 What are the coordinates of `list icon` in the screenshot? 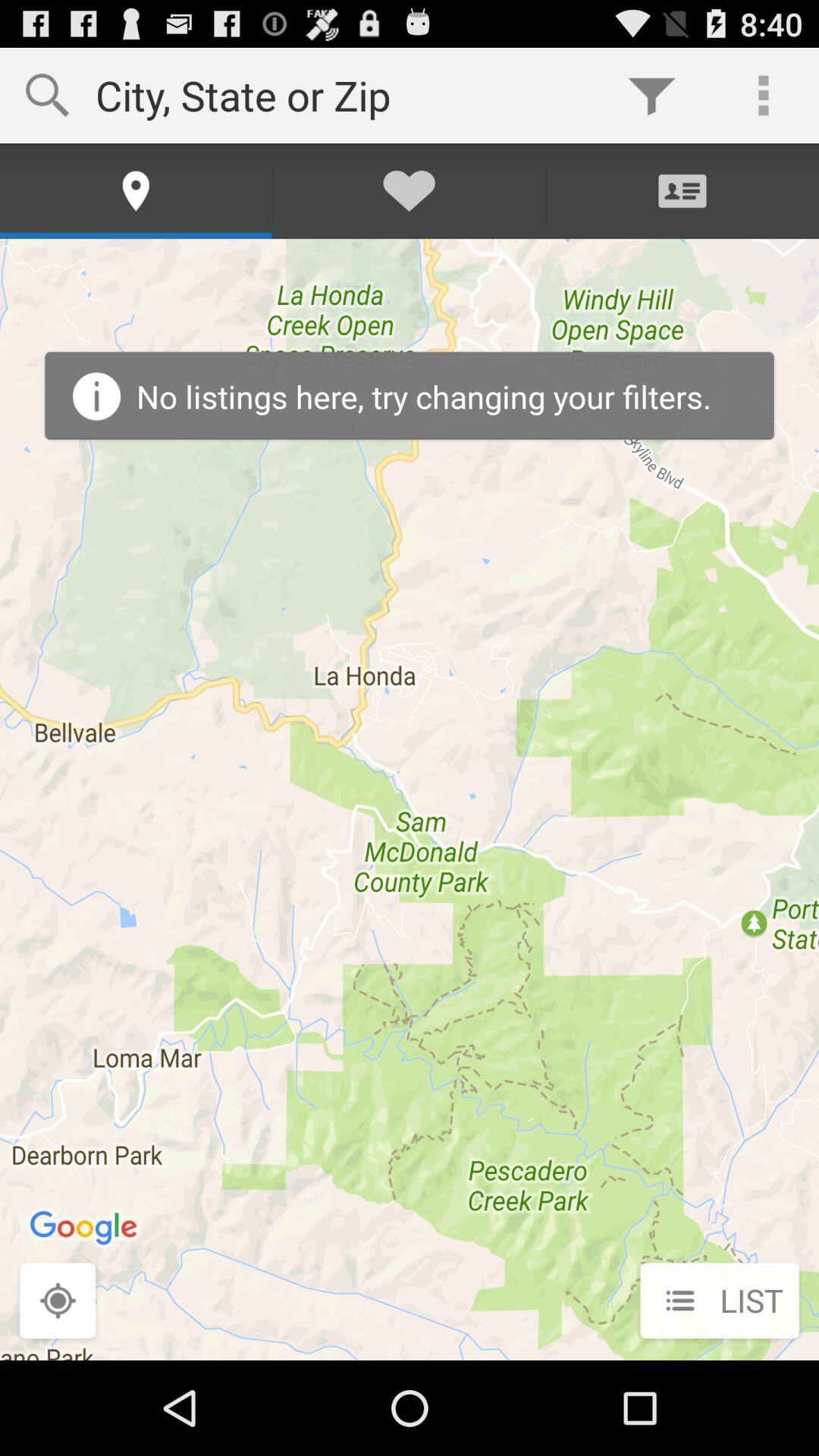 It's located at (719, 1301).